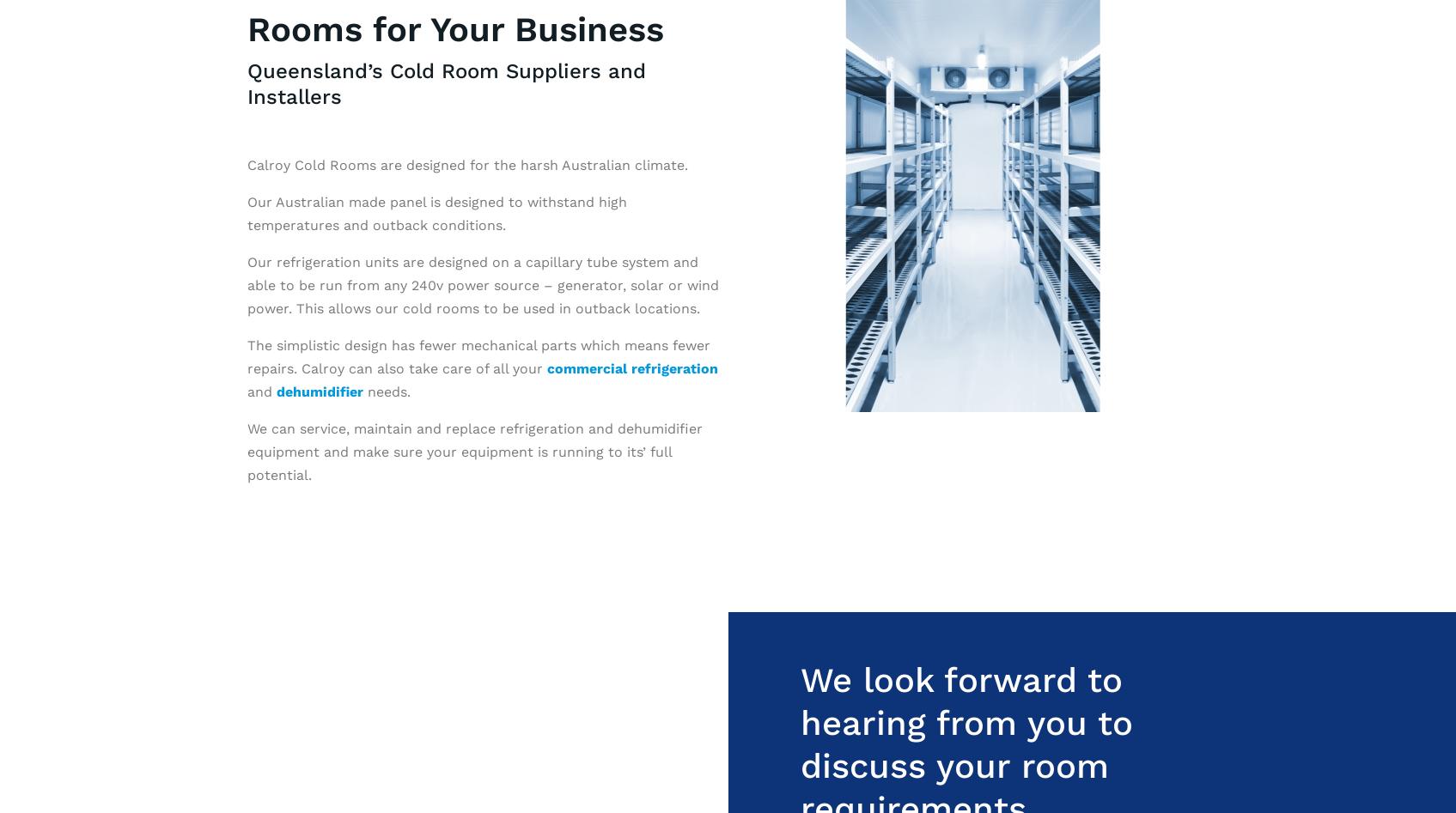 Image resolution: width=1456 pixels, height=813 pixels. I want to click on 'Calroy can also take care of all your', so click(423, 367).